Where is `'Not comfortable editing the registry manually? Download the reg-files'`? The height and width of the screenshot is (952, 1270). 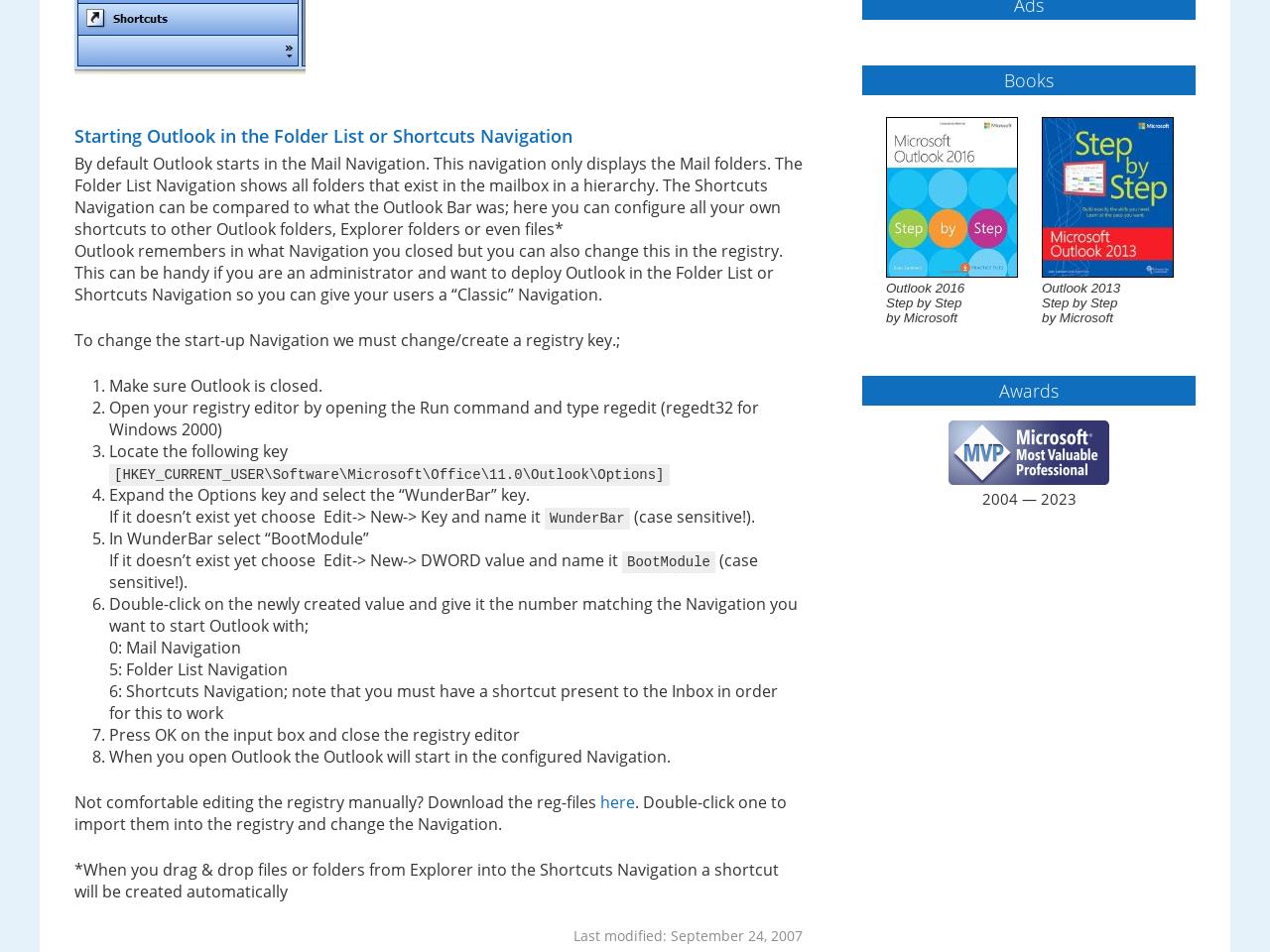
'Not comfortable editing the registry manually? Download the reg-files' is located at coordinates (74, 801).